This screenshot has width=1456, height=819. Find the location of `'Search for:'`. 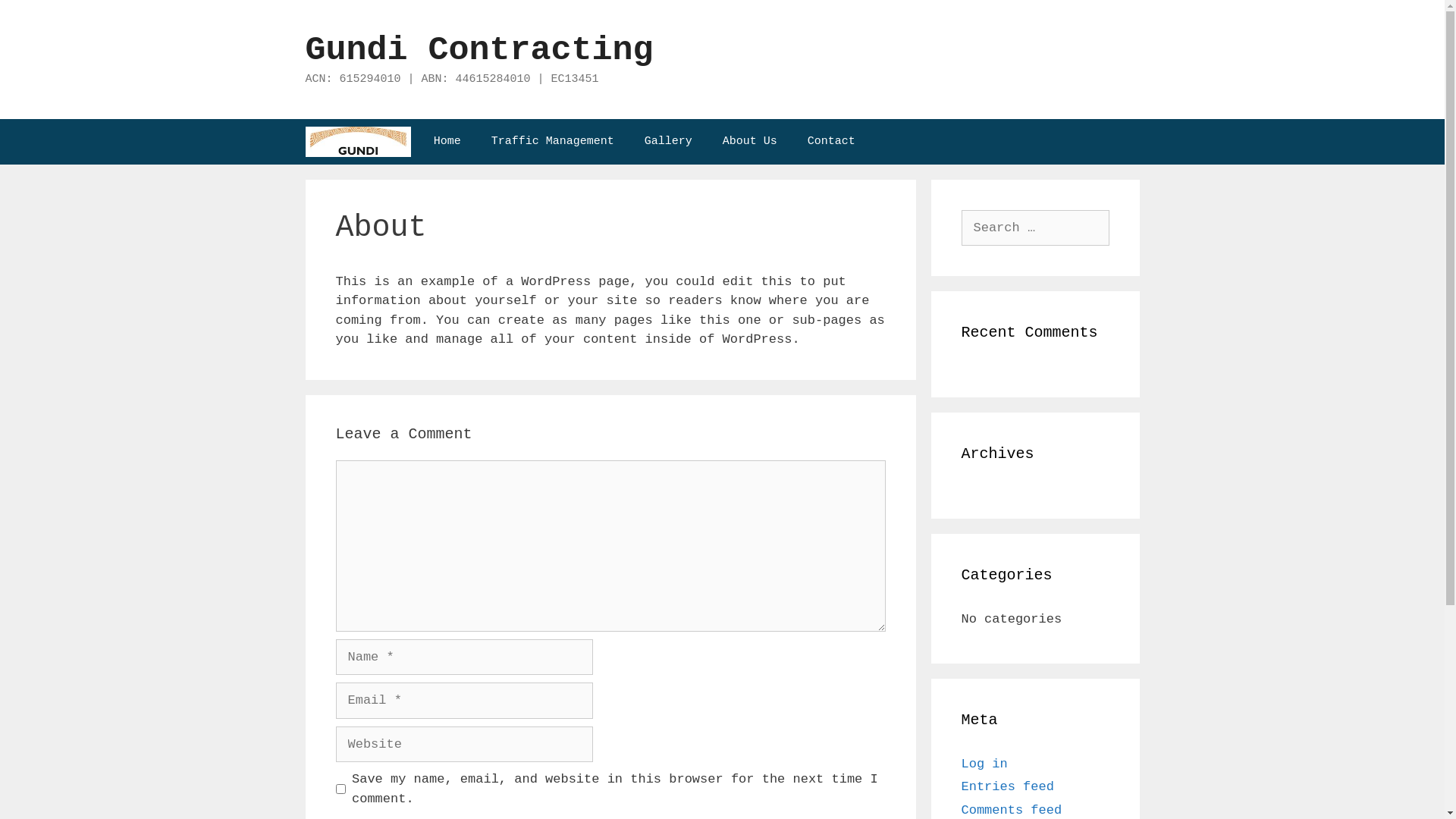

'Search for:' is located at coordinates (1034, 227).